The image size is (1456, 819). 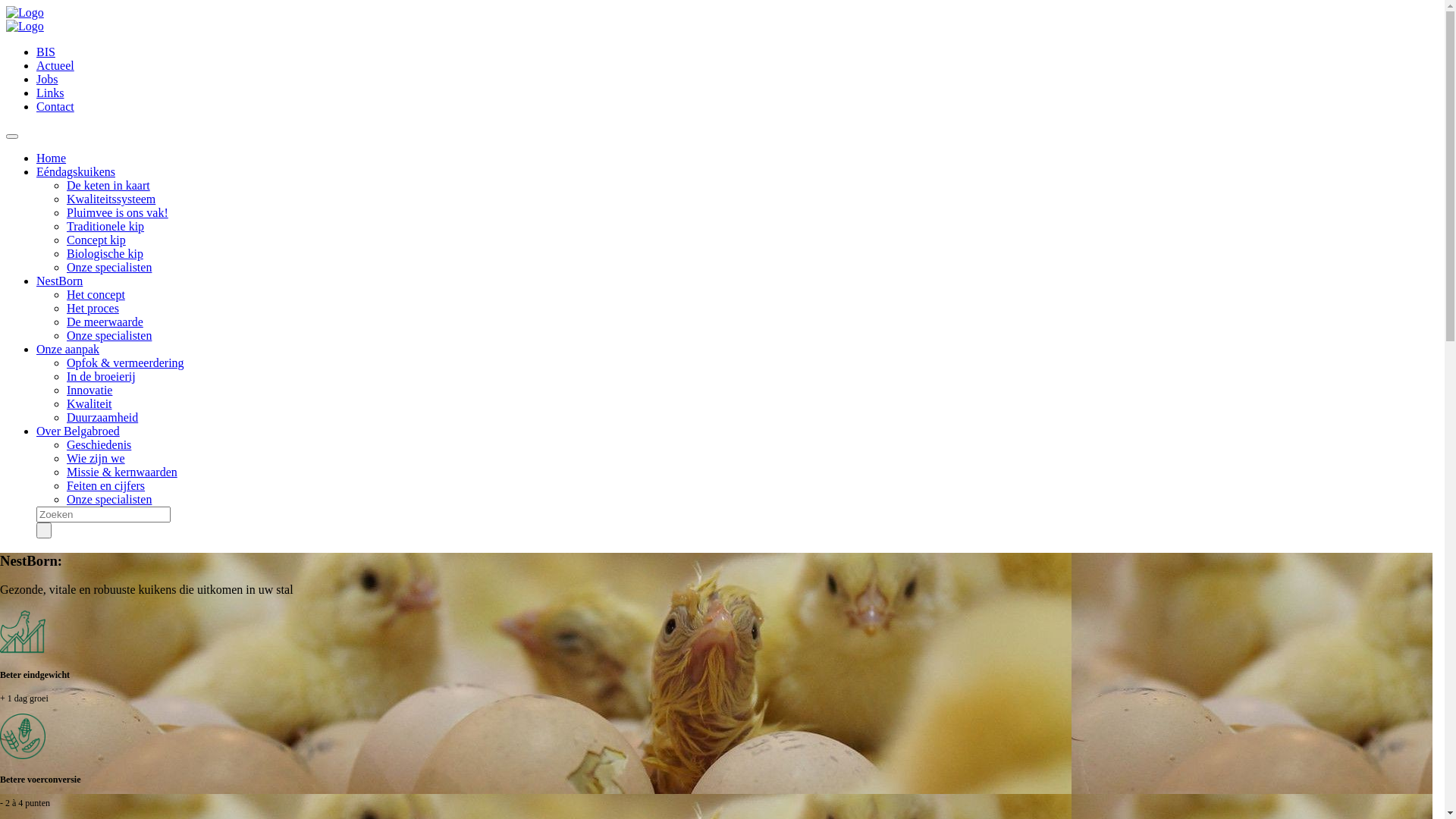 I want to click on 'De meerwaarde', so click(x=104, y=321).